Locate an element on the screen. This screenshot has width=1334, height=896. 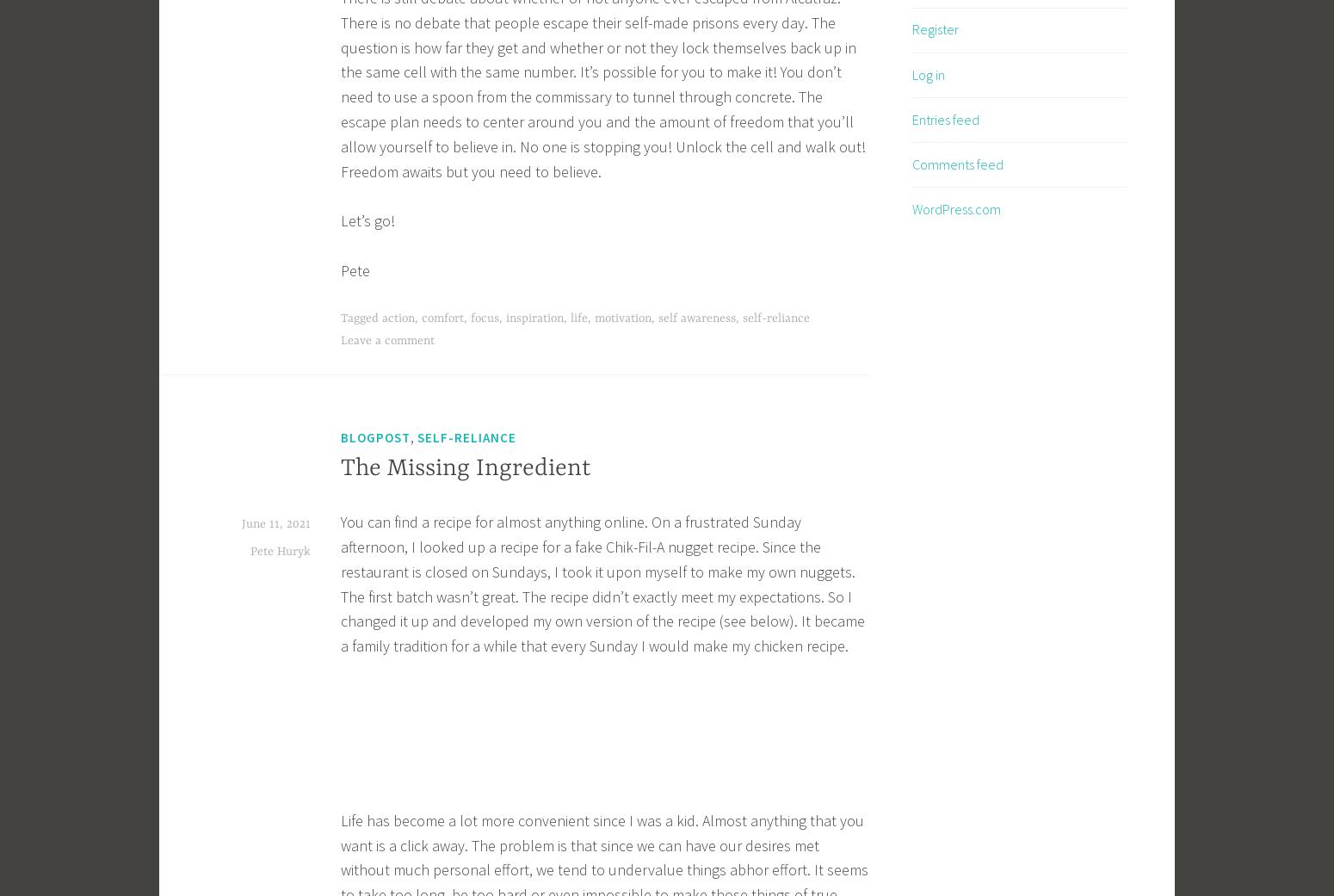
'Log in' is located at coordinates (928, 72).